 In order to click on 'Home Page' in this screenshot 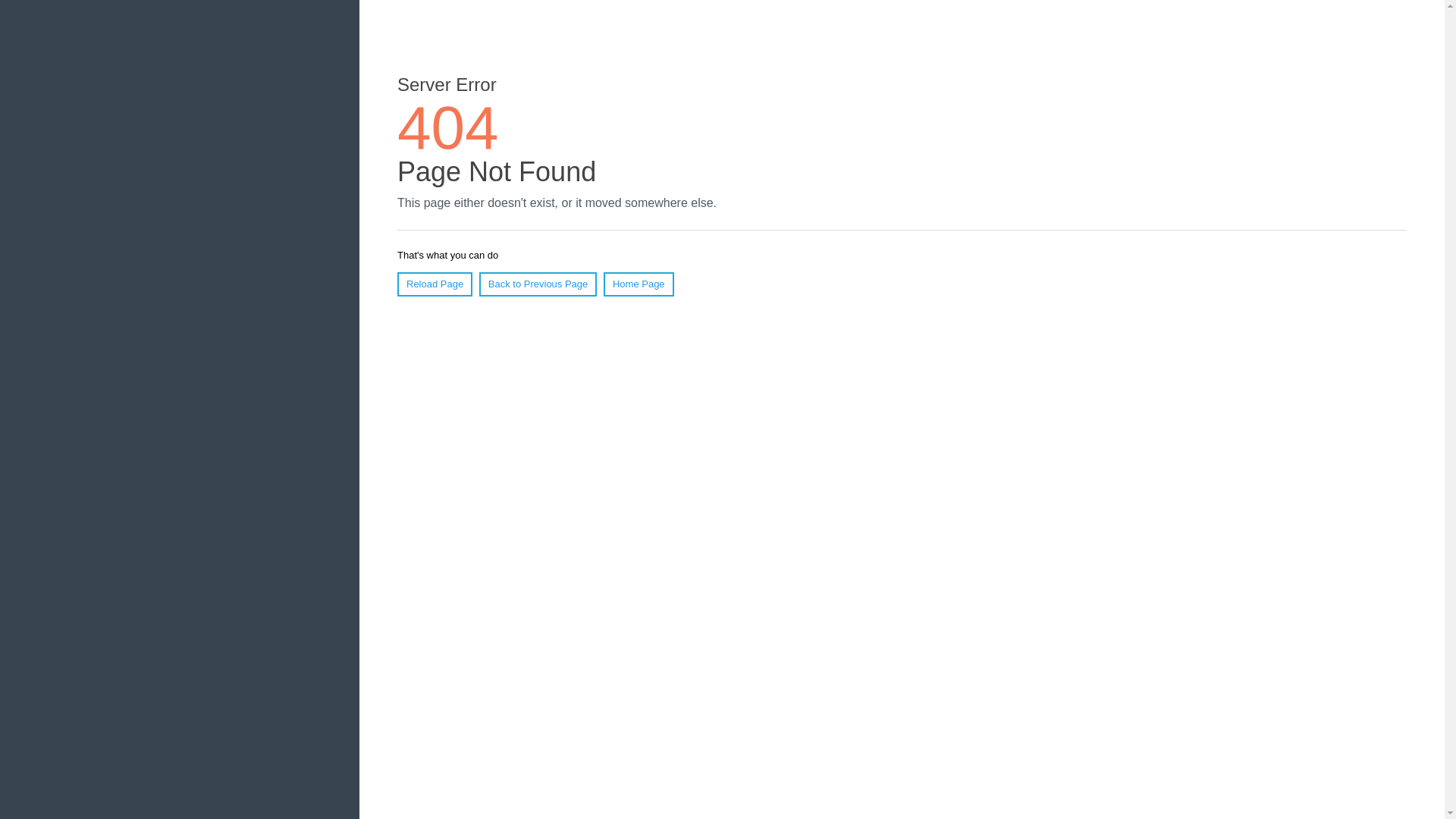, I will do `click(639, 284)`.